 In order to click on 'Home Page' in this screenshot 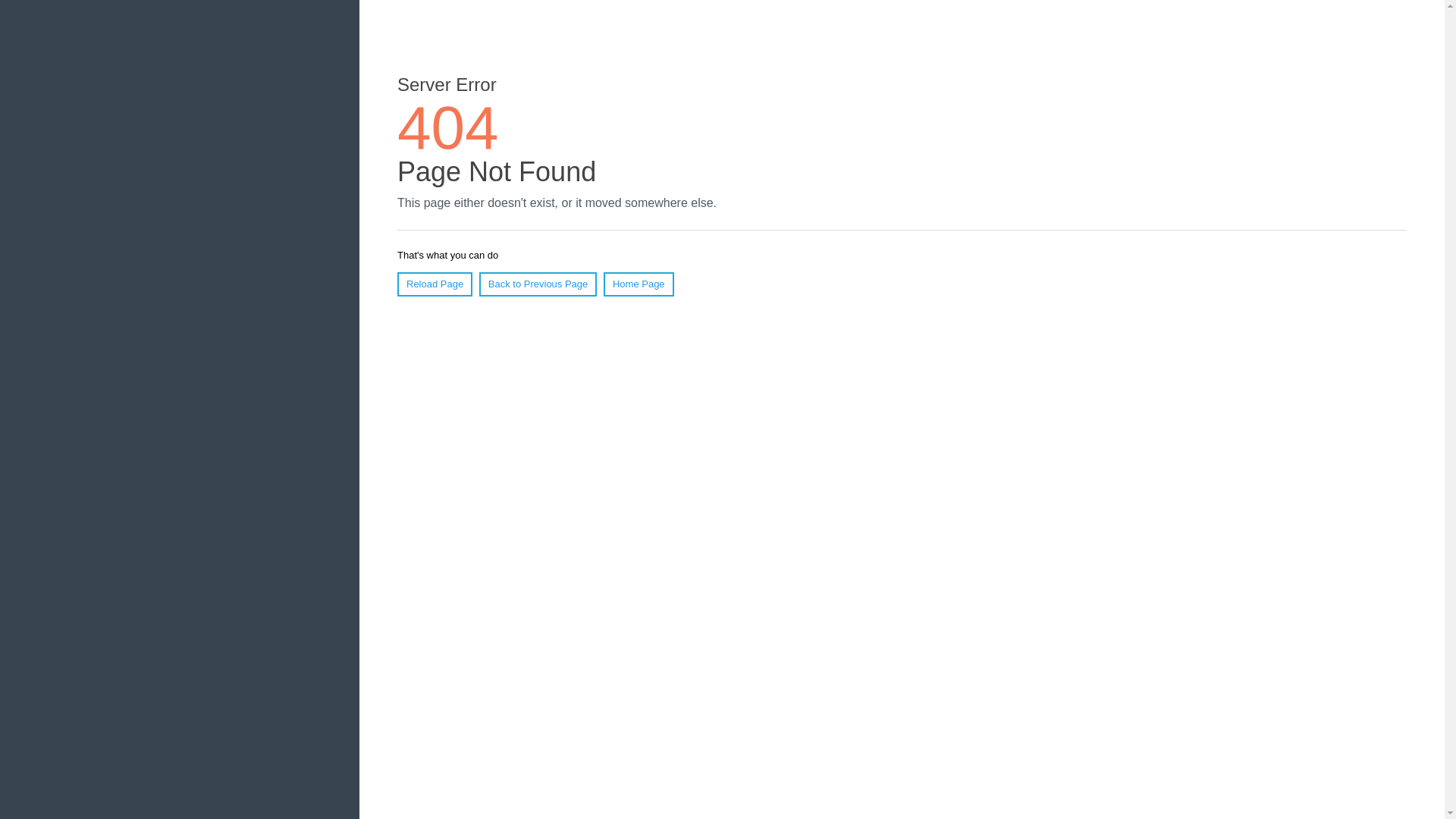, I will do `click(639, 284)`.